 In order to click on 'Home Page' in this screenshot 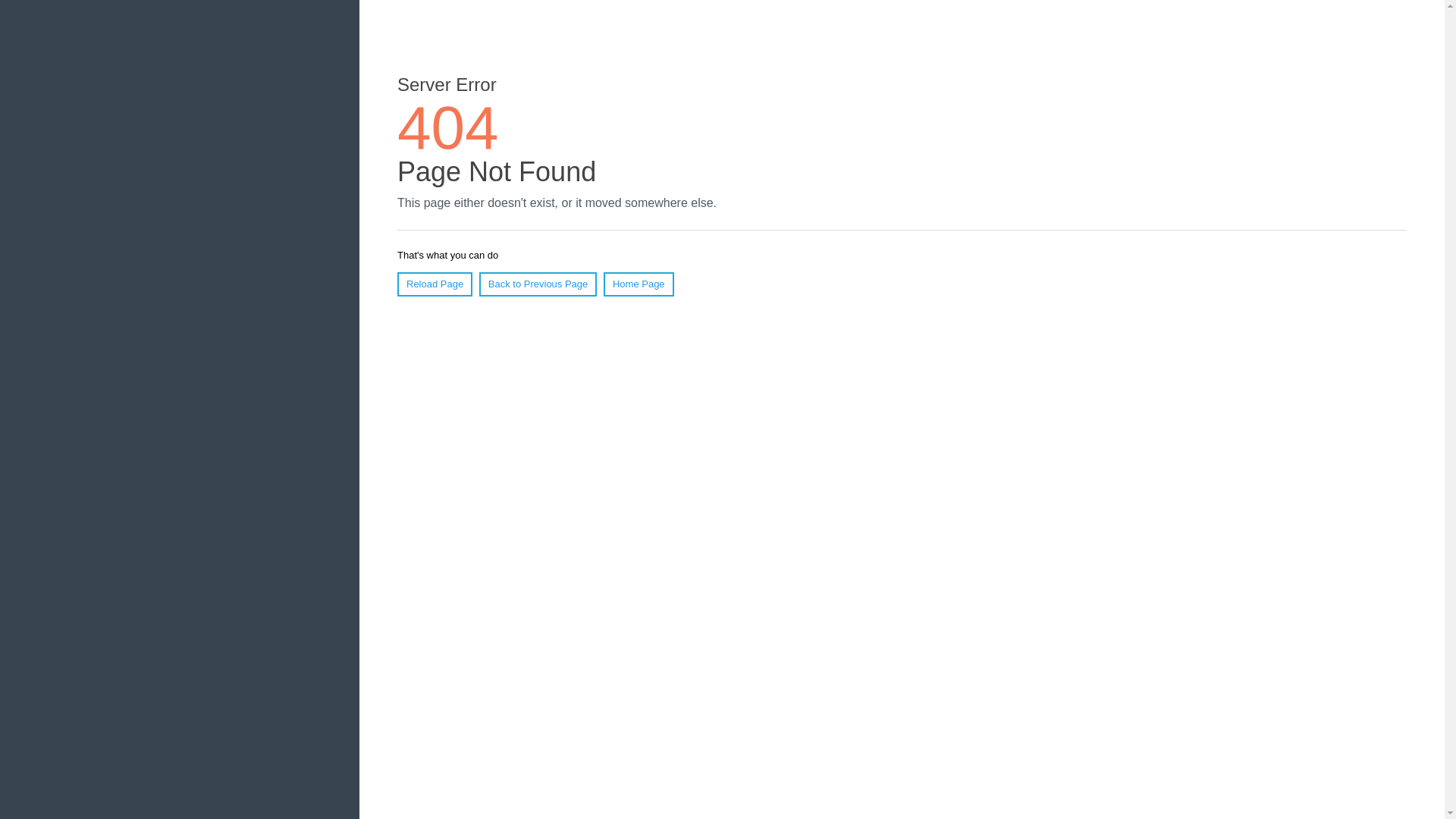, I will do `click(639, 284)`.